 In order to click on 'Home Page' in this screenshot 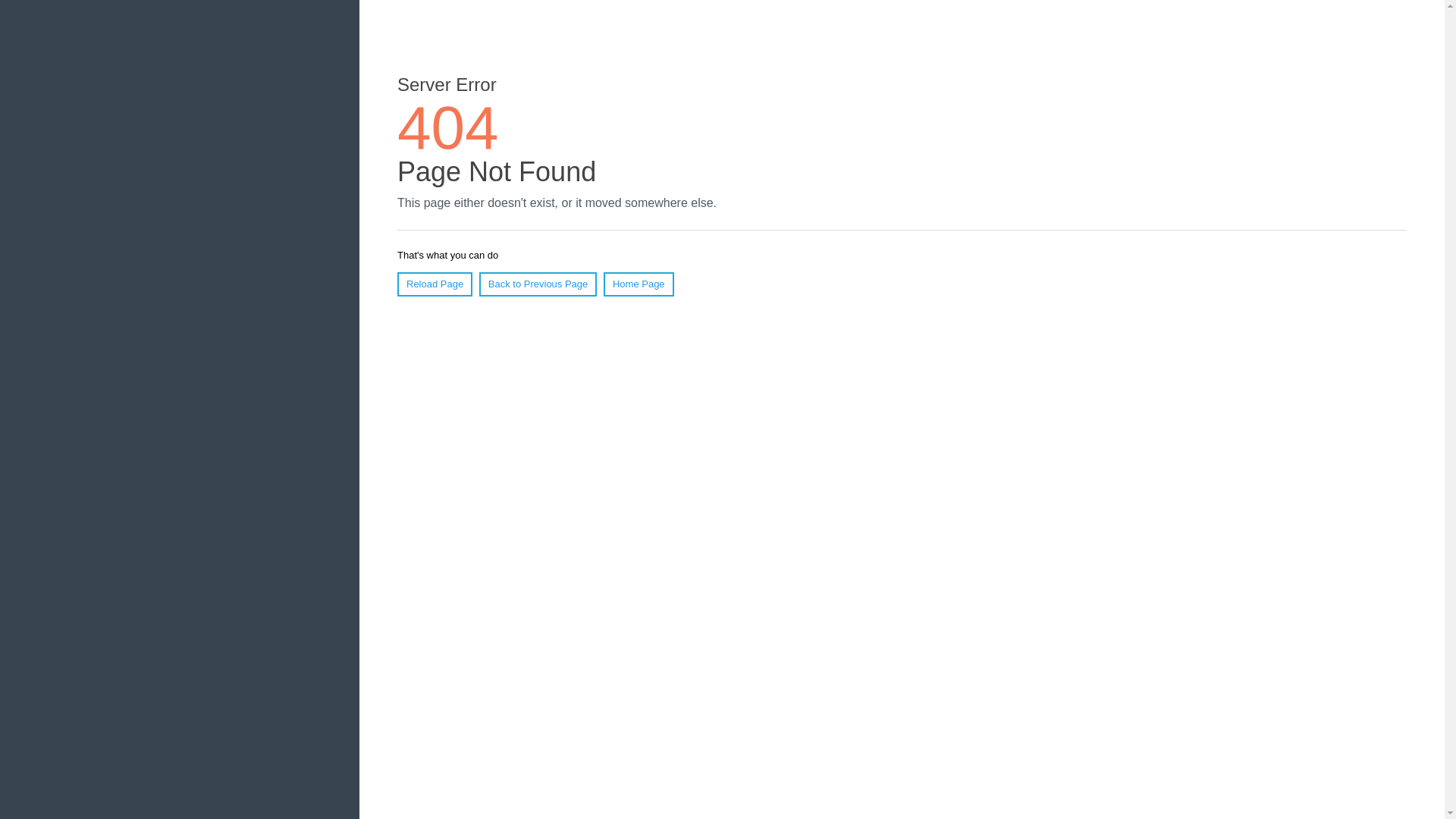, I will do `click(639, 284)`.